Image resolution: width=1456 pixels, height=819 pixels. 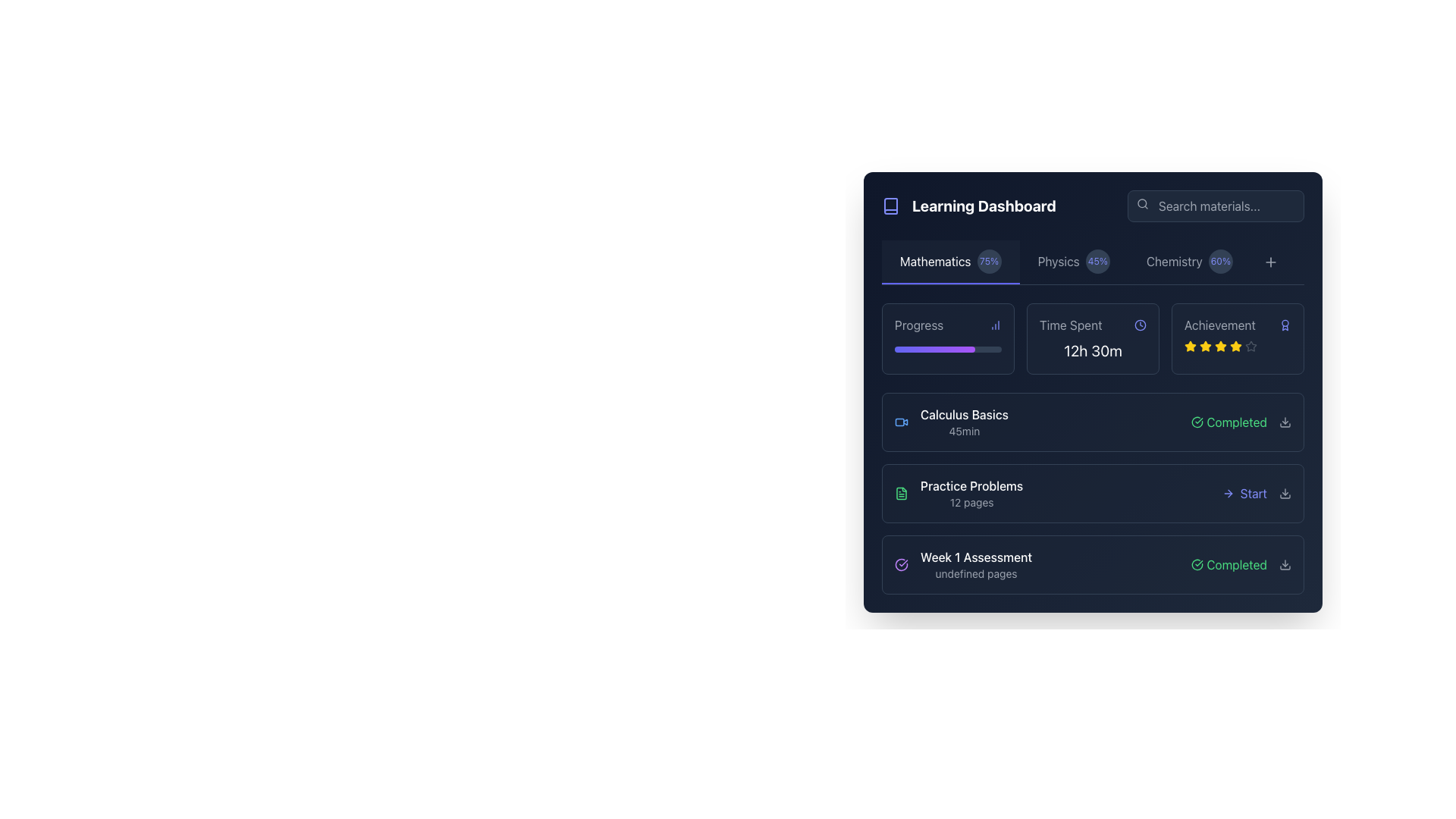 What do you see at coordinates (1229, 422) in the screenshot?
I see `the content of the Status indicator with text and icon that indicates the completion status for the task titled 'Calculus Basics' in the Learning Dashboard interface` at bounding box center [1229, 422].